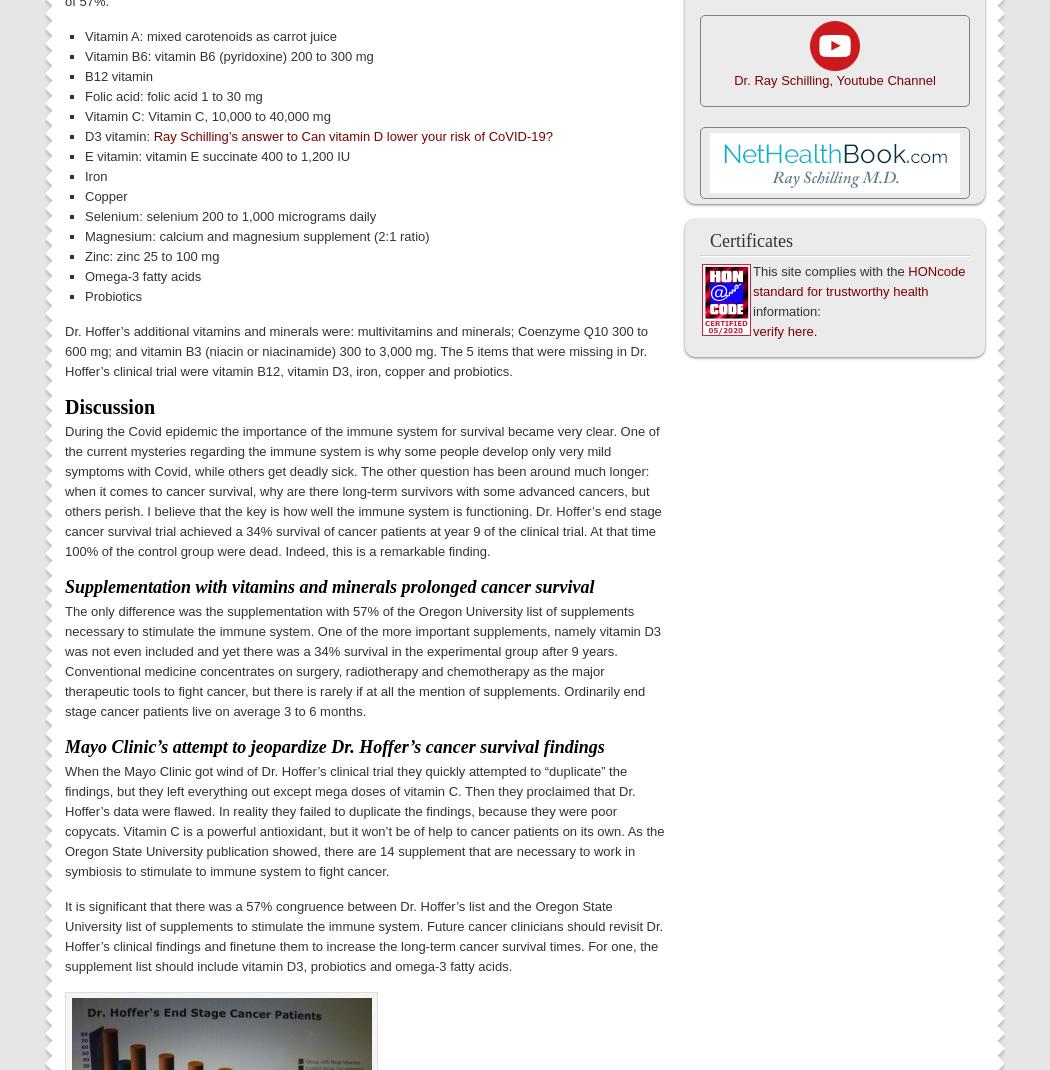  What do you see at coordinates (63, 490) in the screenshot?
I see `'During the Covid epidemic the importance of the immune system for survival became very clear. One of the current mysteries regarding the immune system is why some people develop only very mild symptoms with Covid, while others get deadly sick. The other question has been around much longer: when it comes to cancer survival, why are there long-term survivors with some advanced cancers, but others perish. I believe that the key is how well the immune system is functioning. Dr. Hoffer’s end stage cancer survival trial achieved a 34% survival of cancer patients at year 9 of the clinical trial. At that time 100% of the control group were dead. Indeed, this is a remarkable finding.'` at bounding box center [63, 490].